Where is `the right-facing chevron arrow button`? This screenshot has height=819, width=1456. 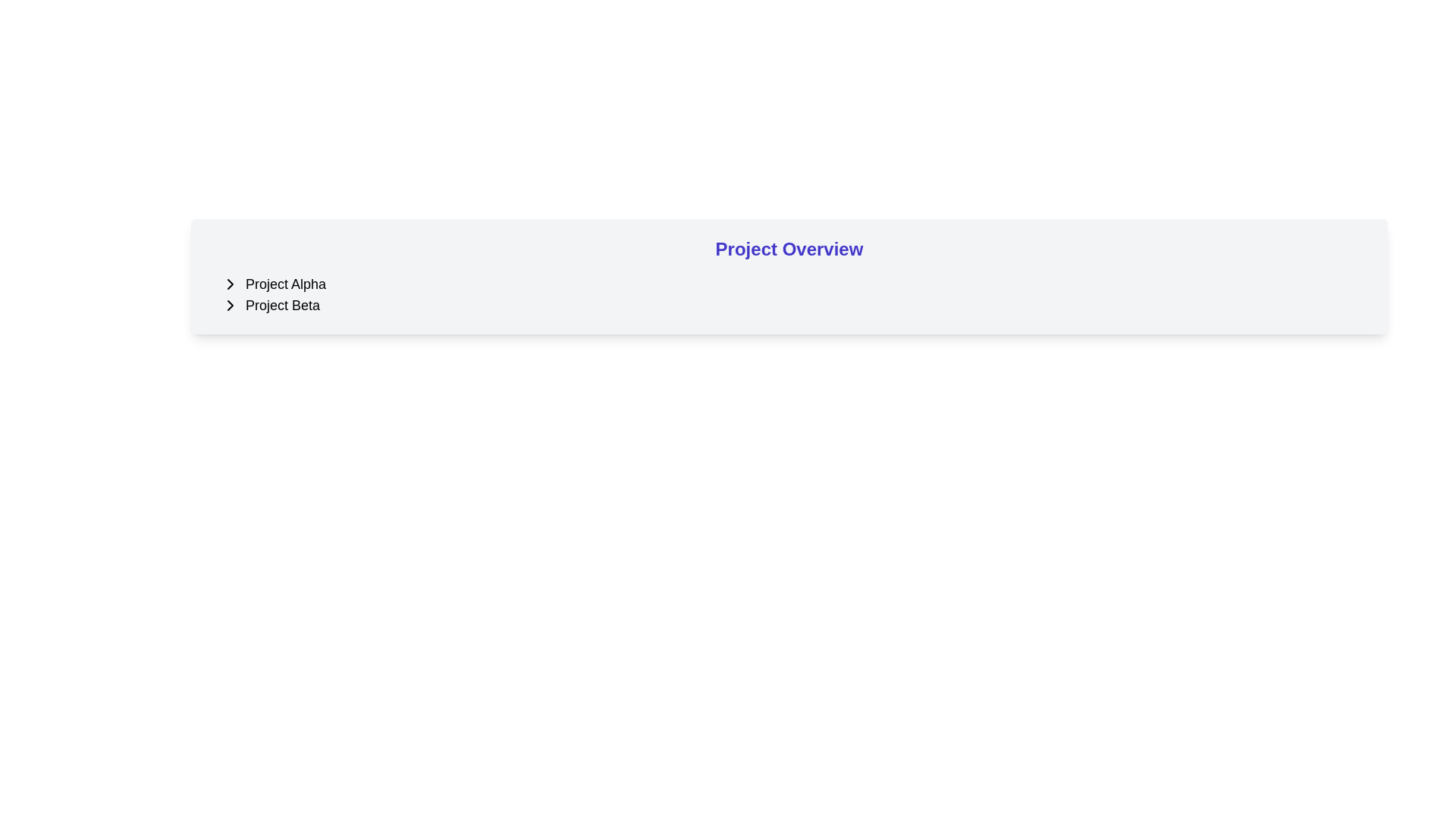
the right-facing chevron arrow button is located at coordinates (229, 305).